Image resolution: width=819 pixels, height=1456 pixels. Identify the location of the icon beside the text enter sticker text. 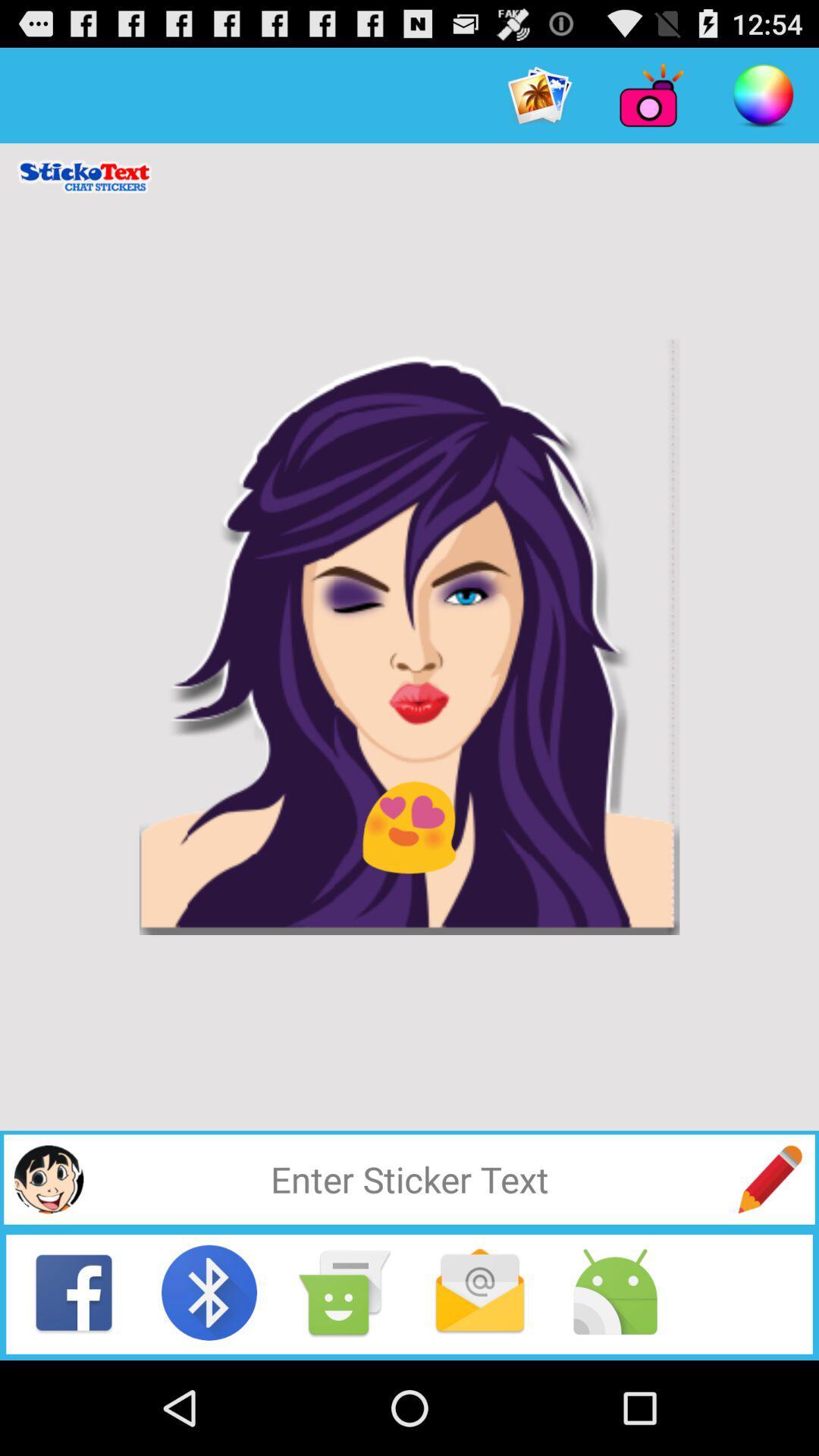
(770, 1178).